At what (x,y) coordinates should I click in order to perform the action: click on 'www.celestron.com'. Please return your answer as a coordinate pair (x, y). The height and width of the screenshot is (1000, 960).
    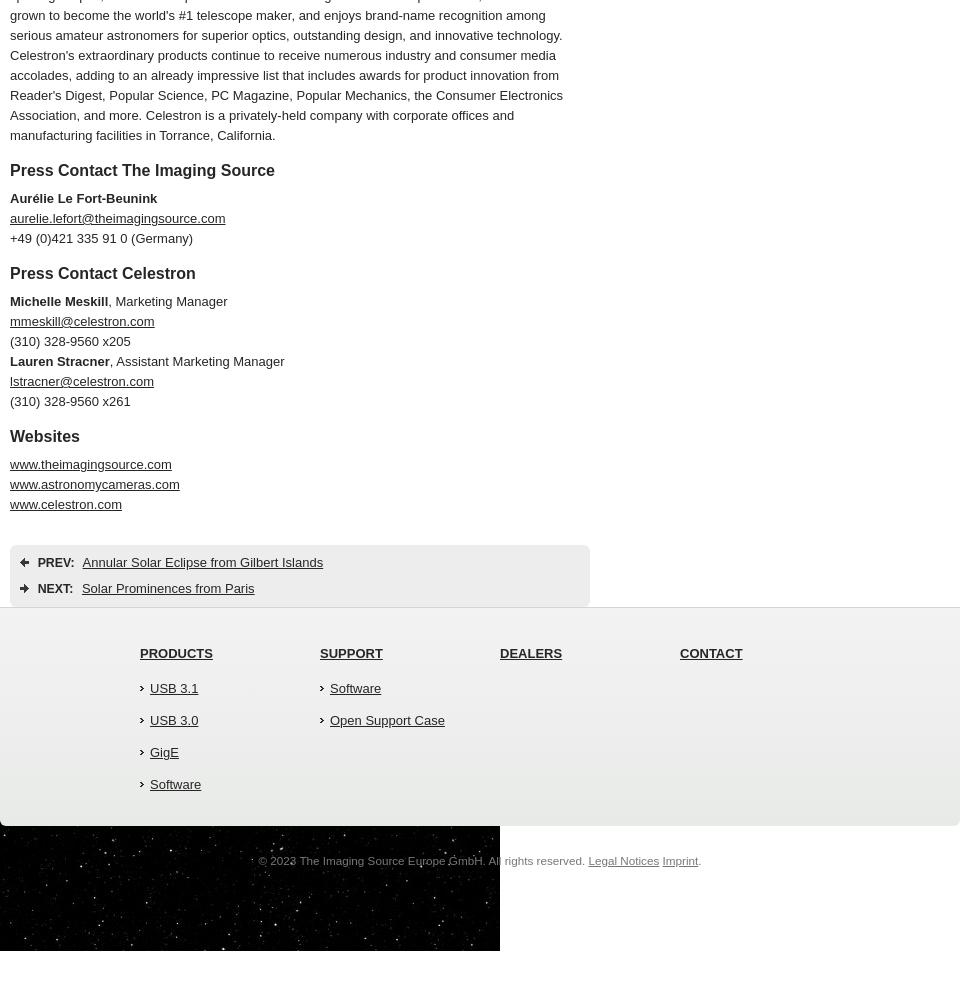
    Looking at the image, I should click on (65, 504).